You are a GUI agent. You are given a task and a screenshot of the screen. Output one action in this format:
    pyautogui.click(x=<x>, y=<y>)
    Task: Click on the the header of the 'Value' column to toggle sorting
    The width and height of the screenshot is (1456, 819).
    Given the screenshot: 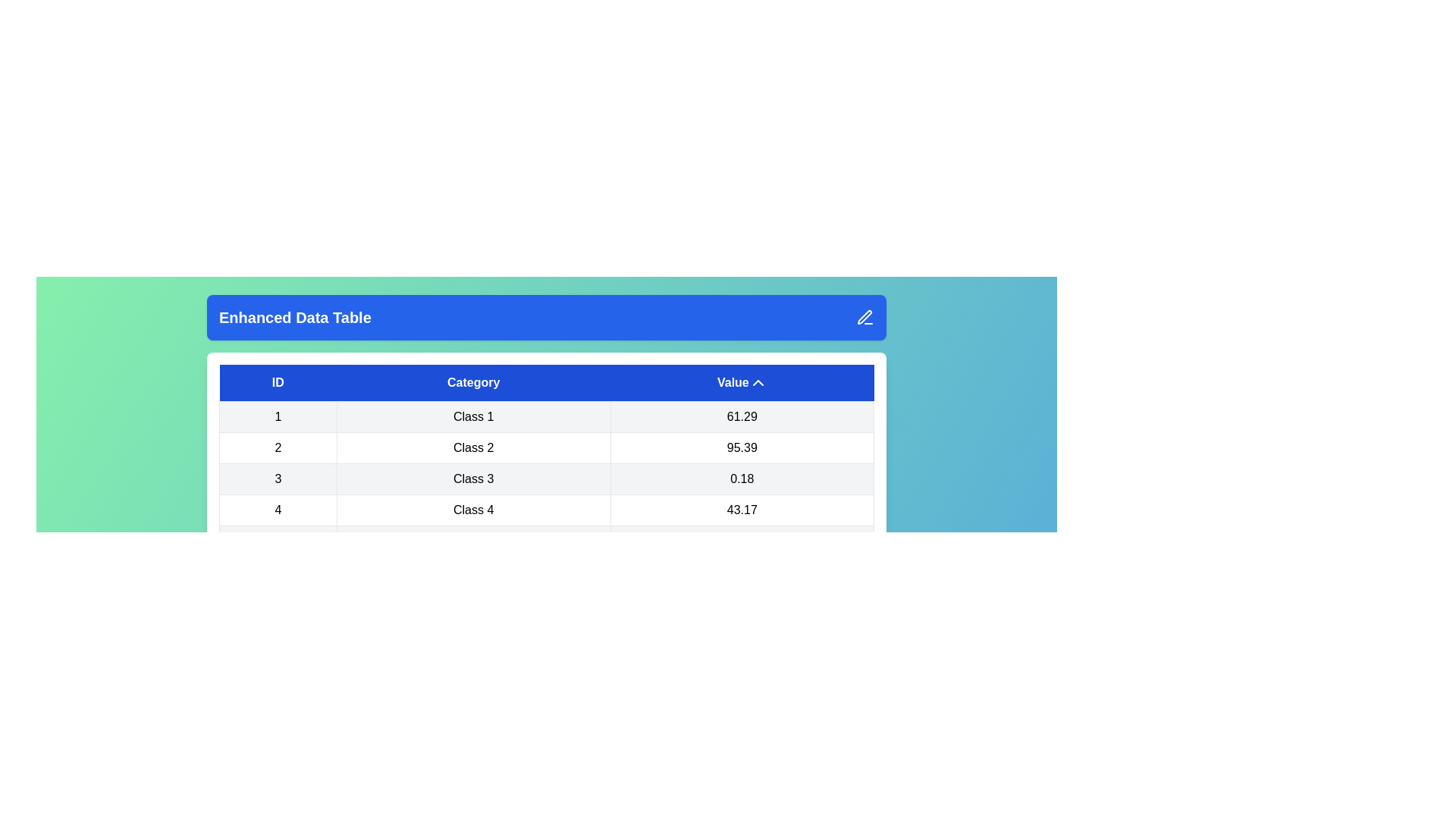 What is the action you would take?
    pyautogui.click(x=742, y=382)
    